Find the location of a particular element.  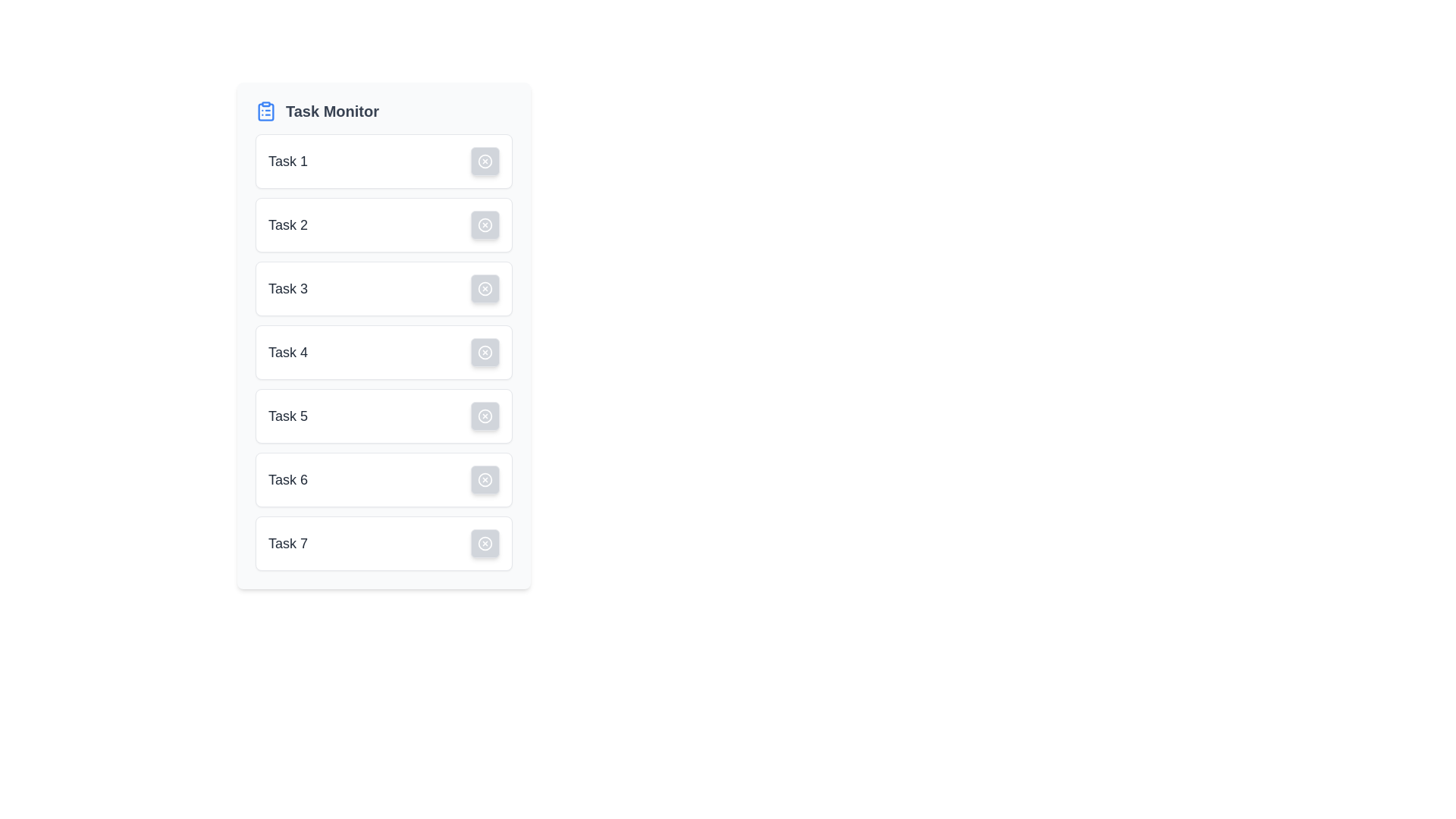

the 'Task Monitor' static text label, which is styled in bold with a larger font size and gray color, centrally placed at the top of the interface and adjacent to an icon on its left is located at coordinates (331, 110).